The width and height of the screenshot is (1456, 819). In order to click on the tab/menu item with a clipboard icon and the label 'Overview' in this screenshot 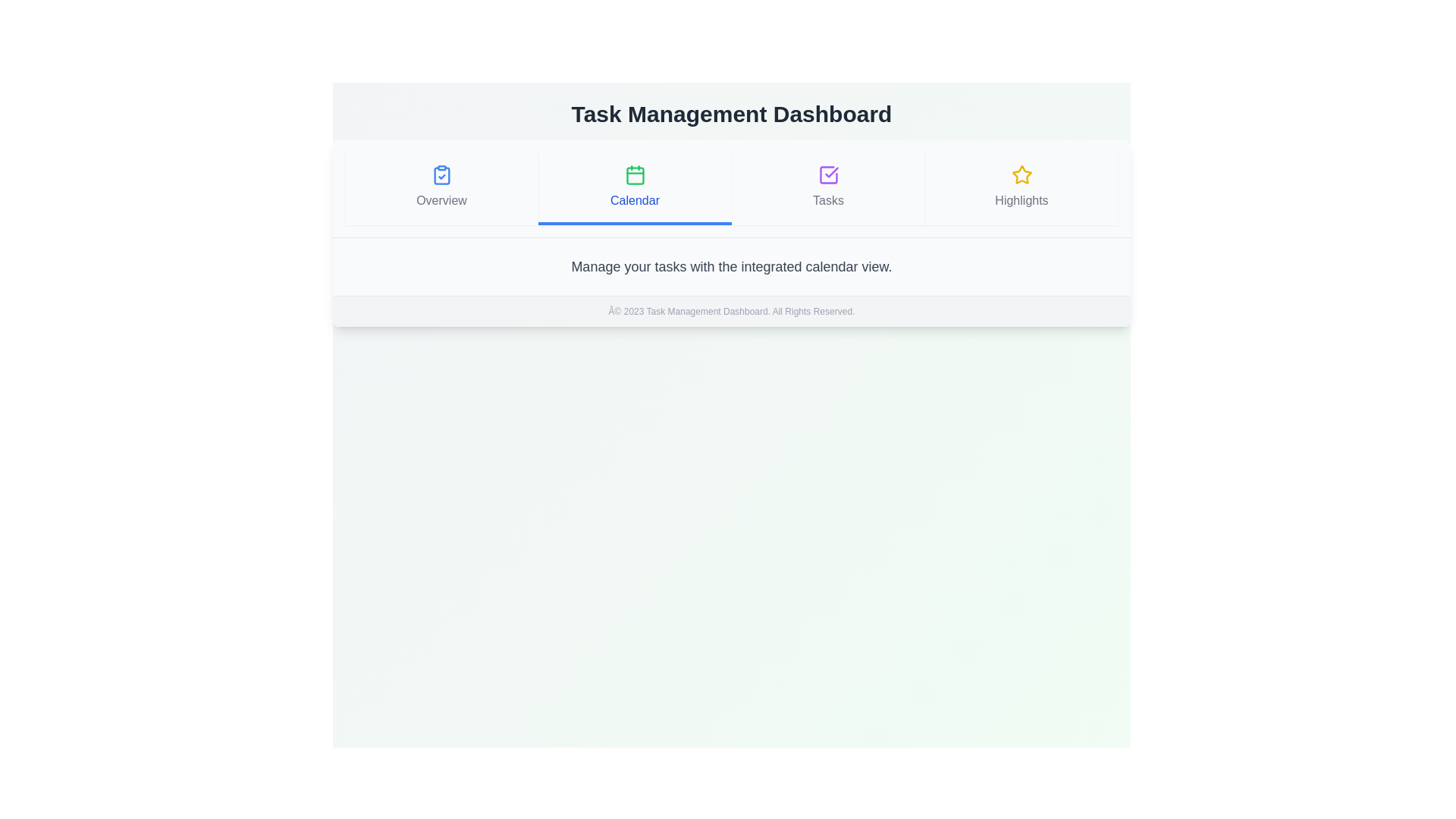, I will do `click(441, 186)`.